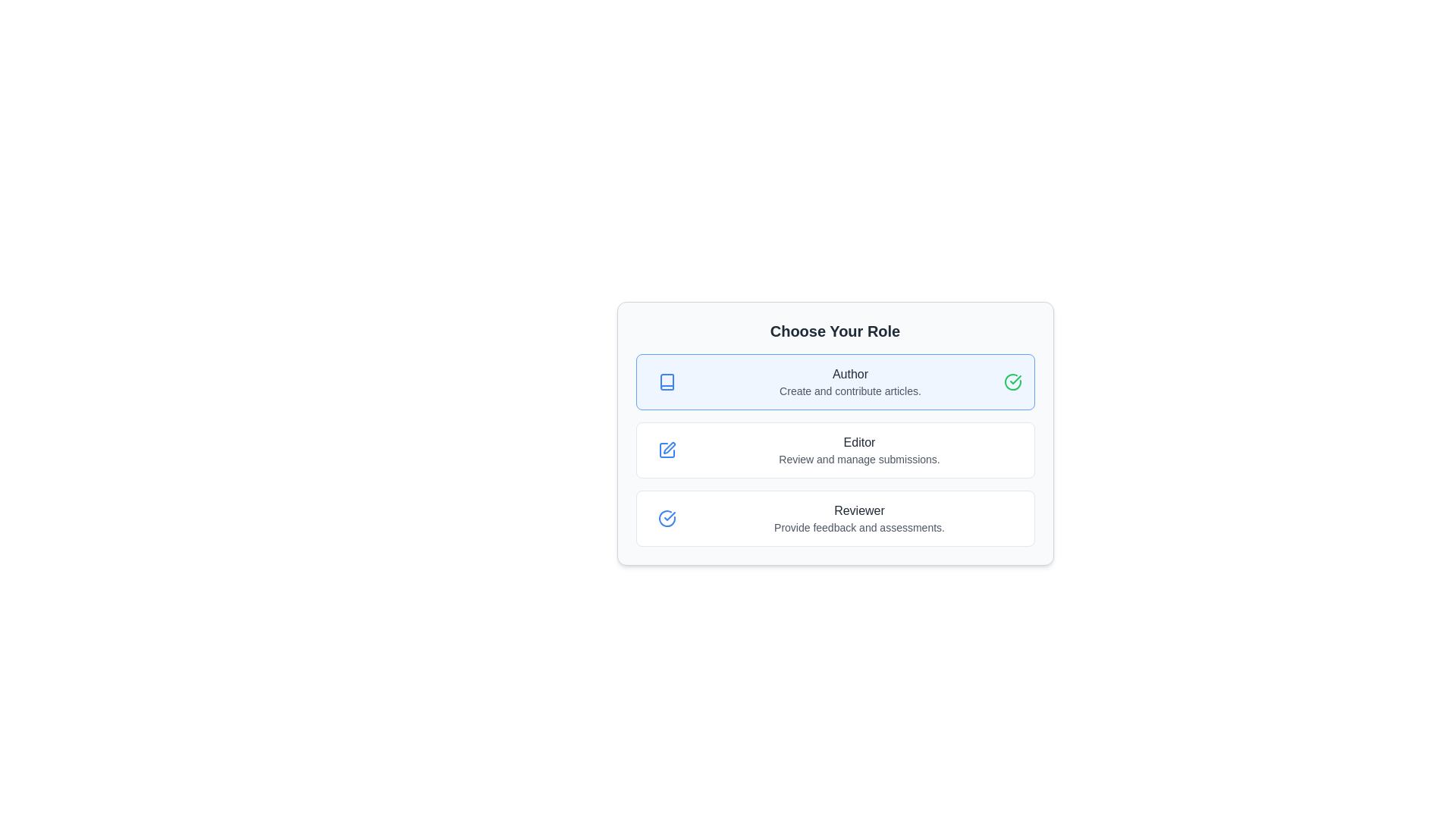 Image resolution: width=1456 pixels, height=819 pixels. What do you see at coordinates (667, 450) in the screenshot?
I see `the appearance of the blue pen icon within a white square, which represents editing functionality, located in the middle column of the 'Choose Your Role' selection interface near the text 'Editor'` at bounding box center [667, 450].